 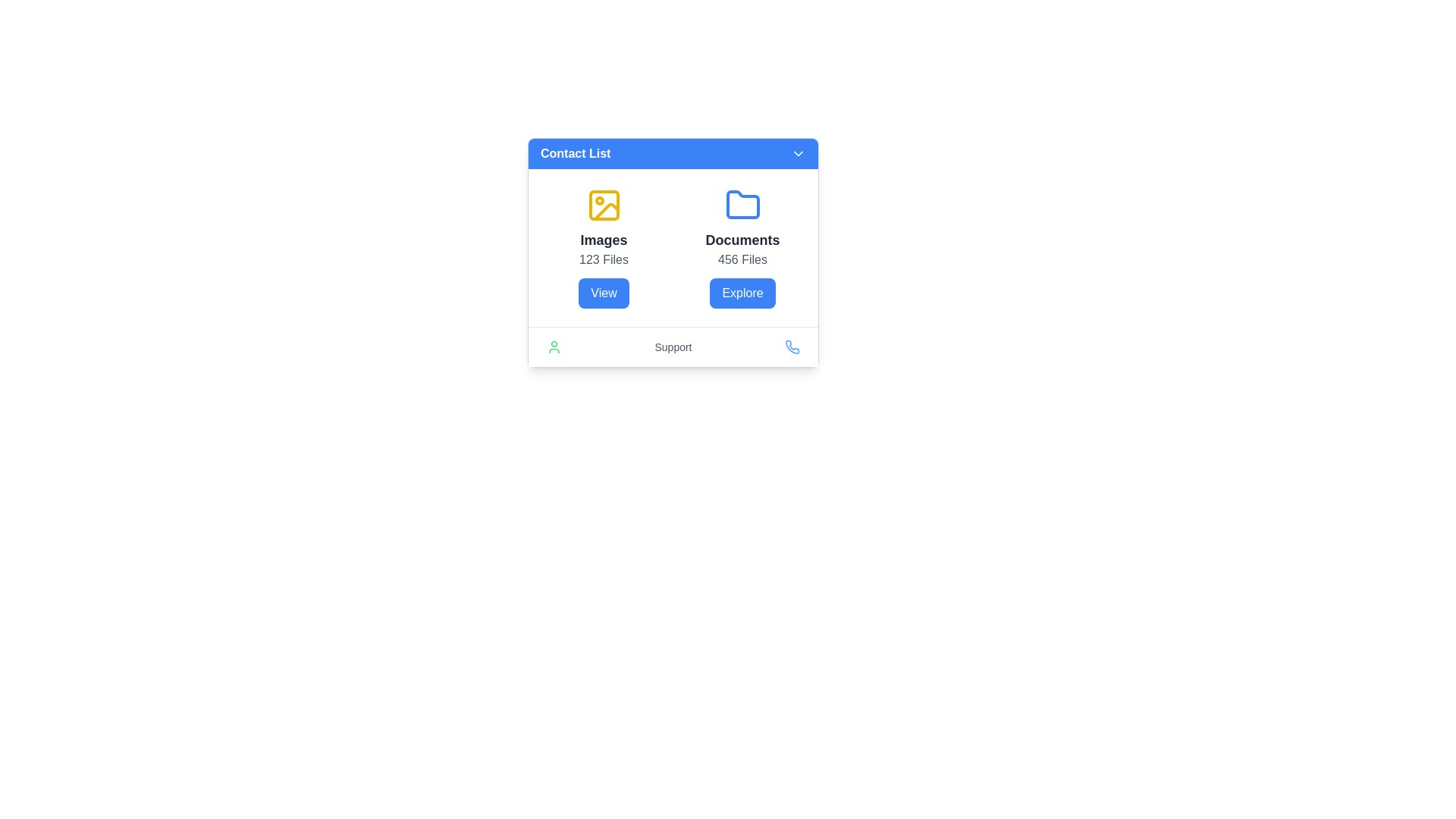 I want to click on the support text label located at the bottom section of the card-like UI component, so click(x=673, y=346).